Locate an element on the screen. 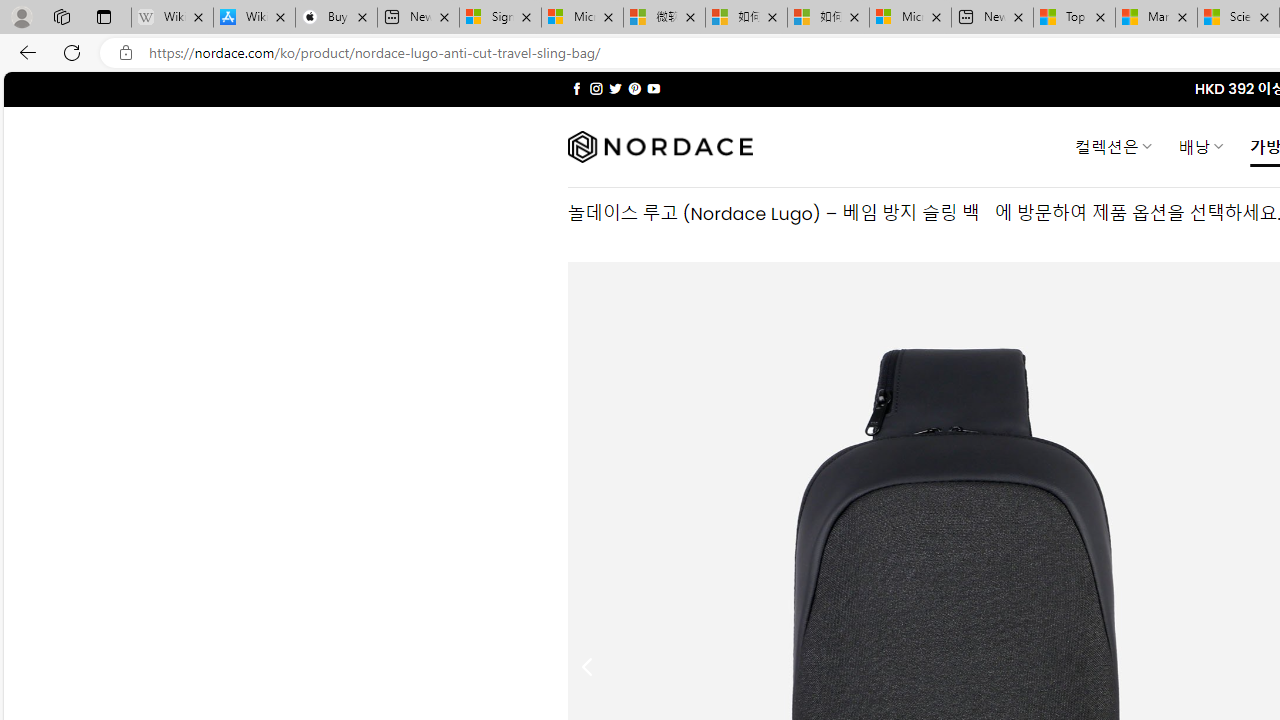  'Top Stories - MSN' is located at coordinates (1073, 17).